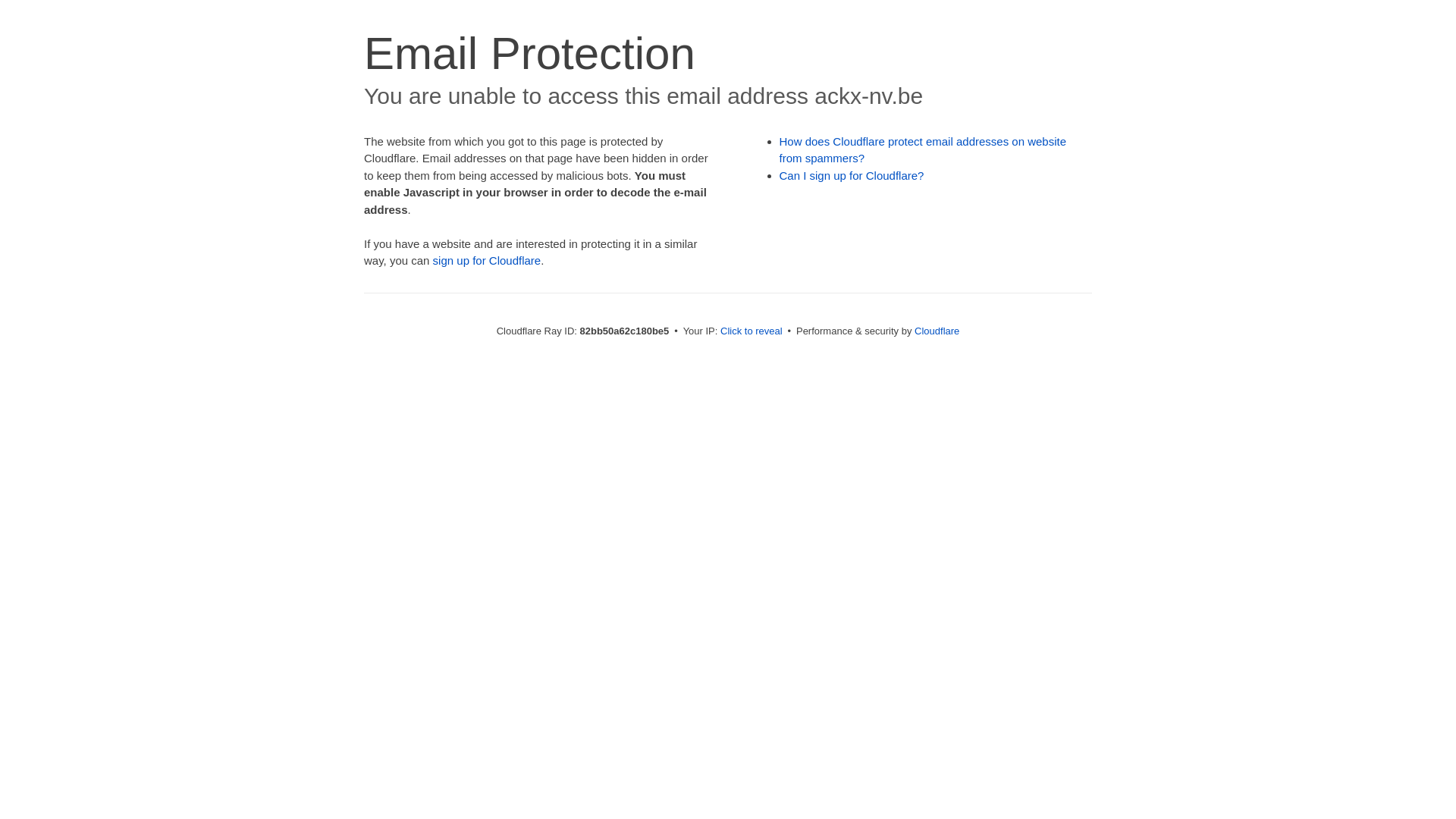  Describe the element at coordinates (852, 174) in the screenshot. I see `'Can I sign up for Cloudflare?'` at that location.